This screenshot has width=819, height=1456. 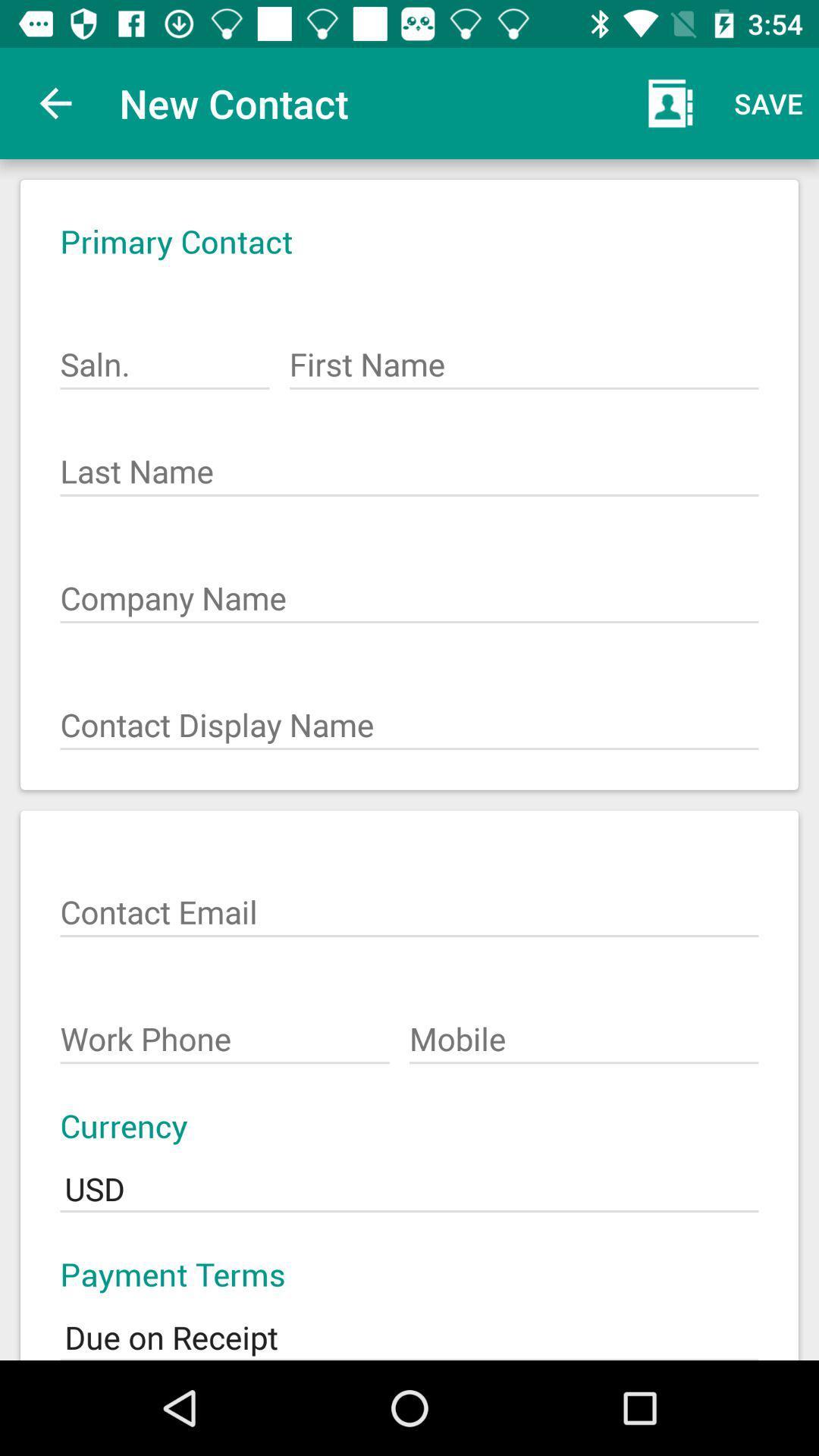 I want to click on the item above the currency, so click(x=583, y=1031).